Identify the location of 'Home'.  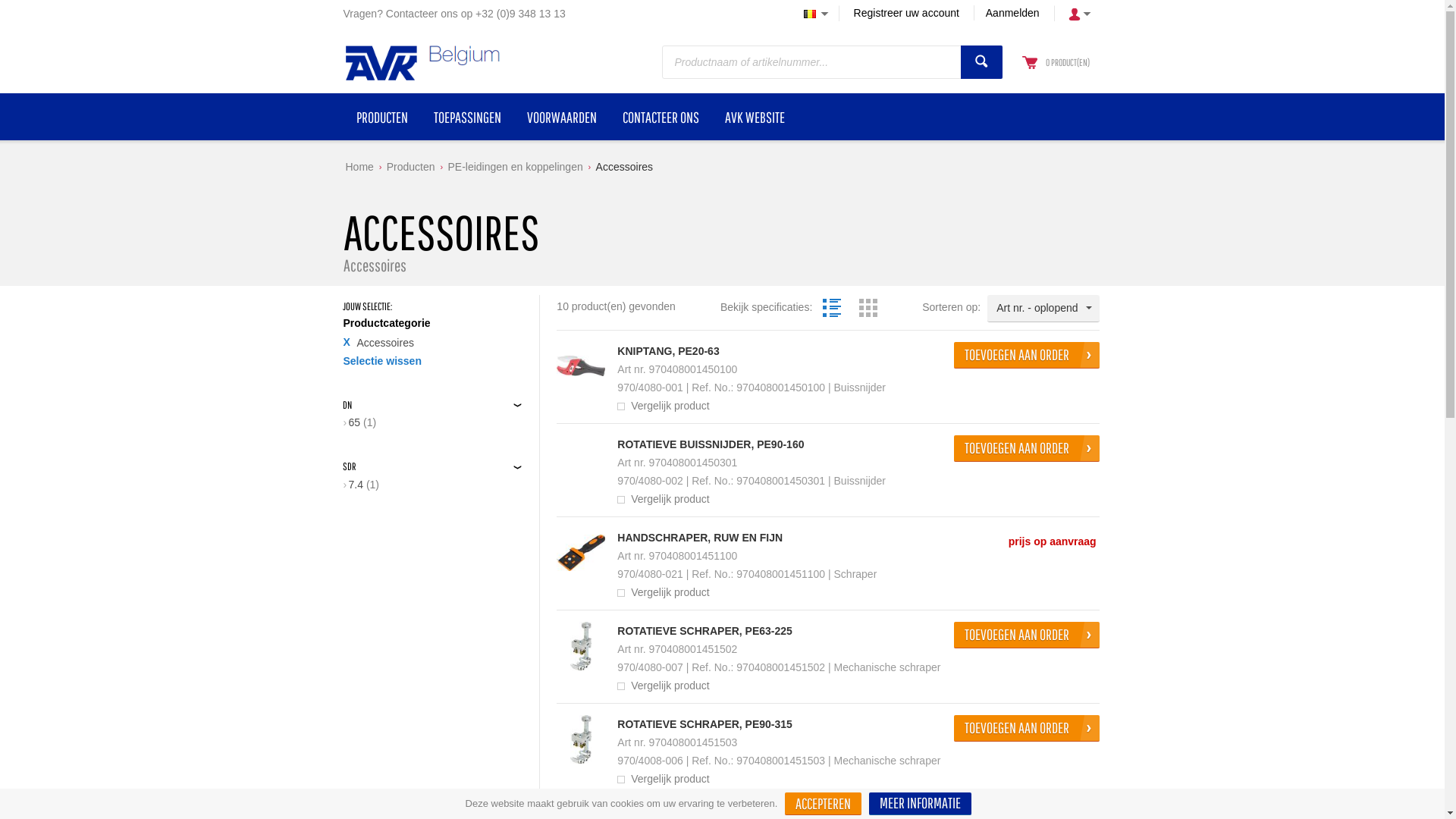
(359, 166).